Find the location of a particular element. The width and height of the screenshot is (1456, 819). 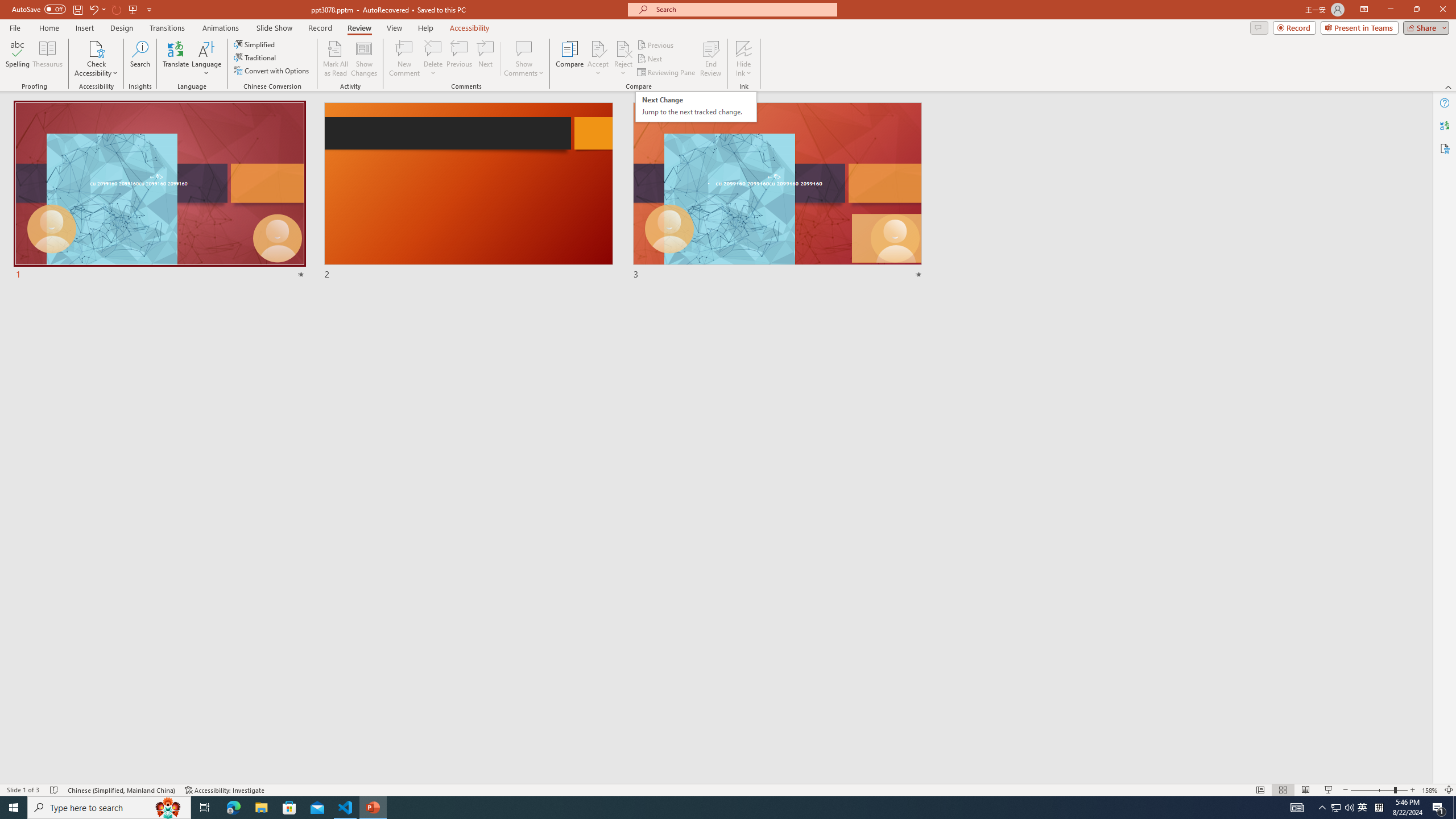

'Compare' is located at coordinates (570, 59).